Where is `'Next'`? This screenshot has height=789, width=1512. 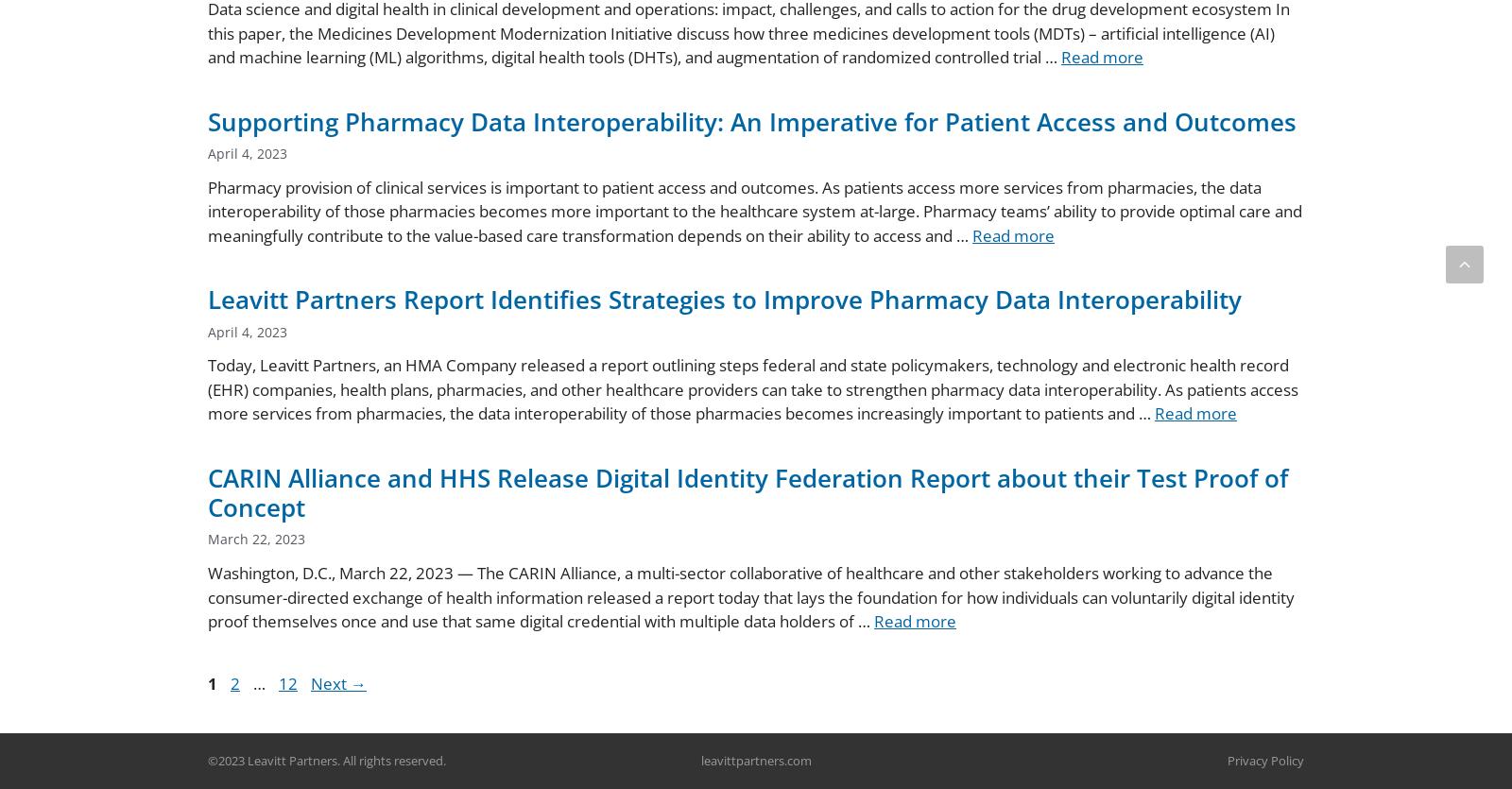
'Next' is located at coordinates (331, 682).